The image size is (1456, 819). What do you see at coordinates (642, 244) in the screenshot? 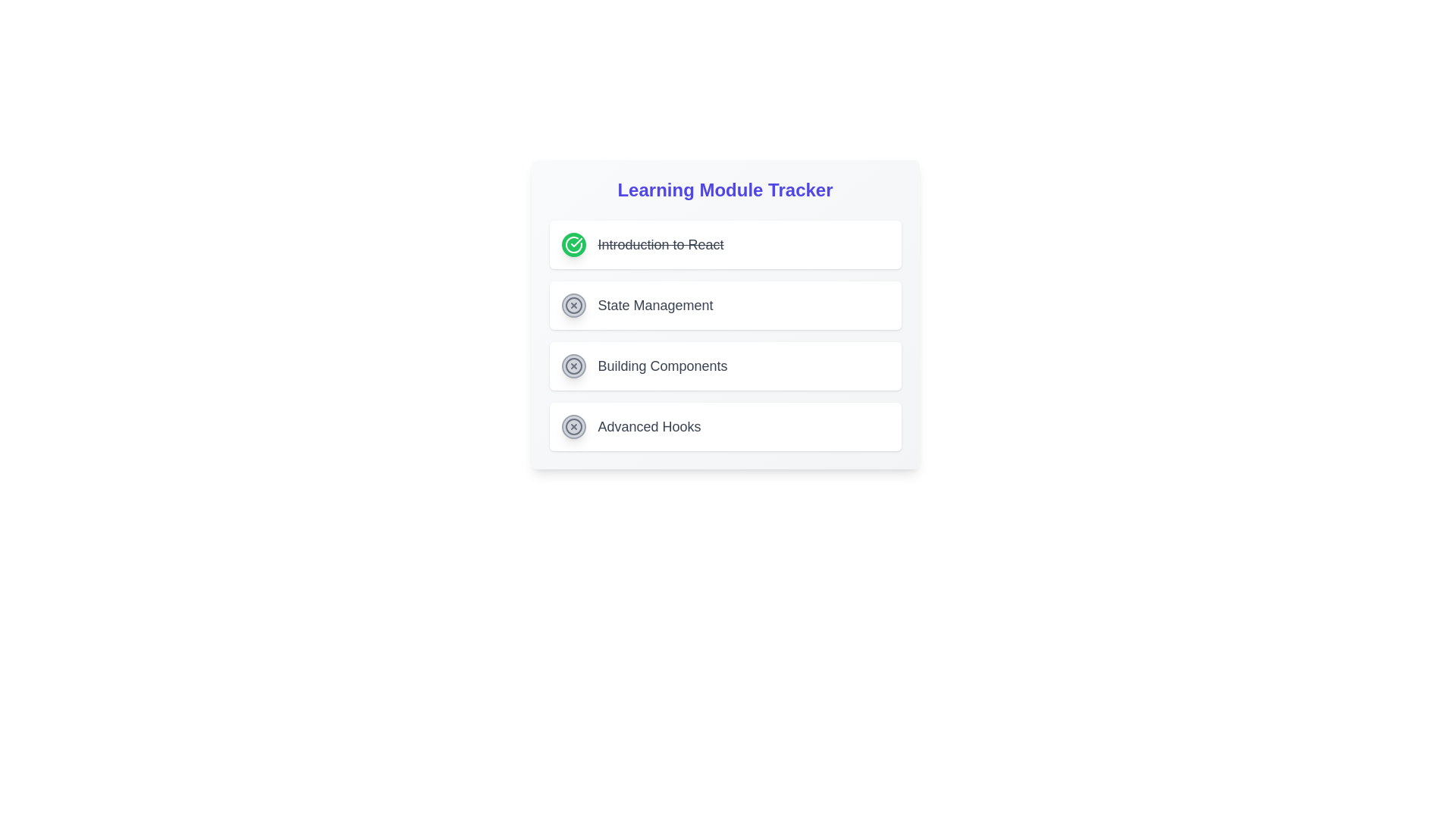
I see `the completed module list item labeled 'Introduction to React' in the 'Learning Module Tracker'` at bounding box center [642, 244].